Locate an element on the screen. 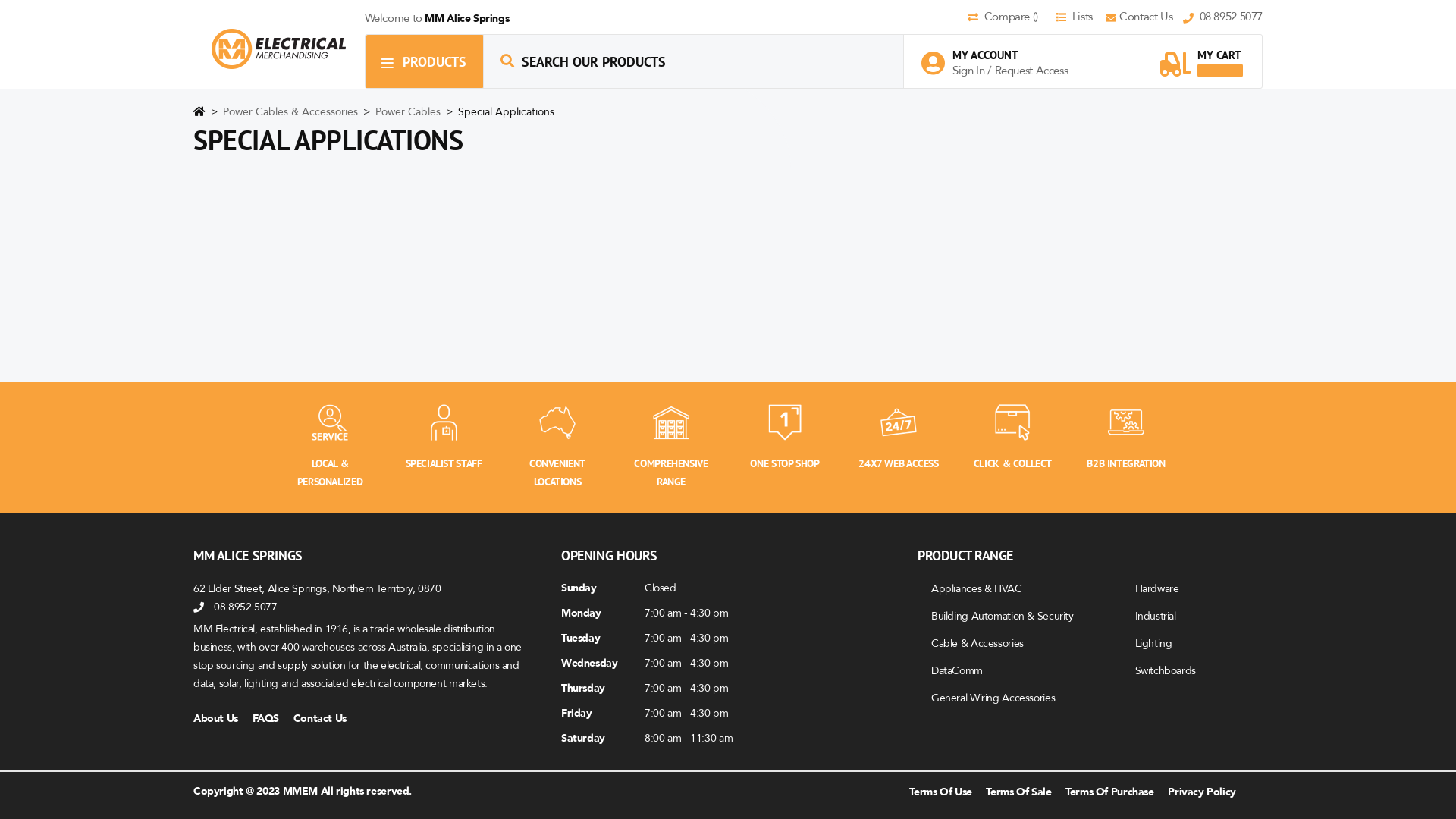 The height and width of the screenshot is (819, 1456). 'Appliances & HVAC' is located at coordinates (976, 587).